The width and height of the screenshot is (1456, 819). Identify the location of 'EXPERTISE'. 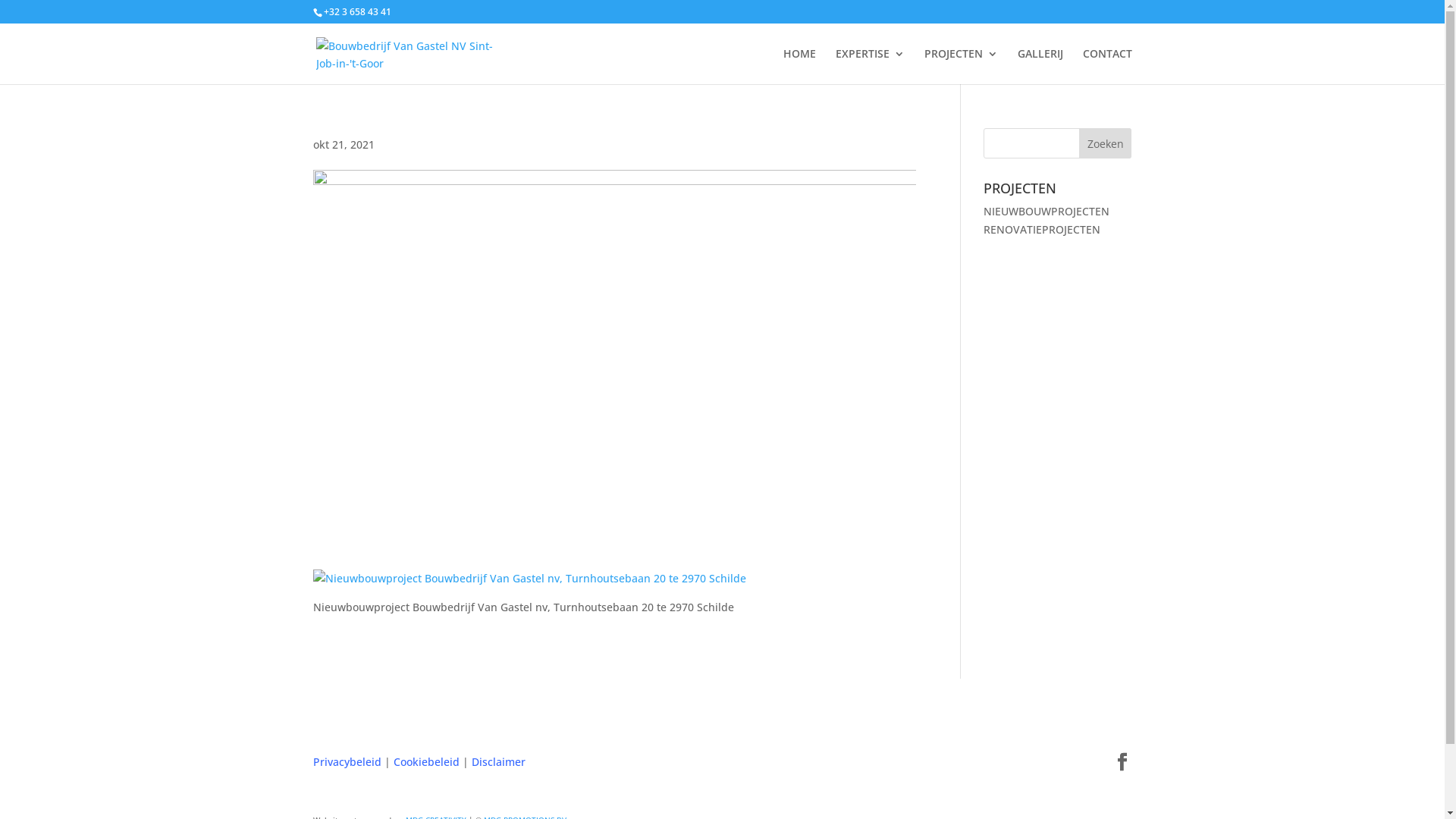
(870, 65).